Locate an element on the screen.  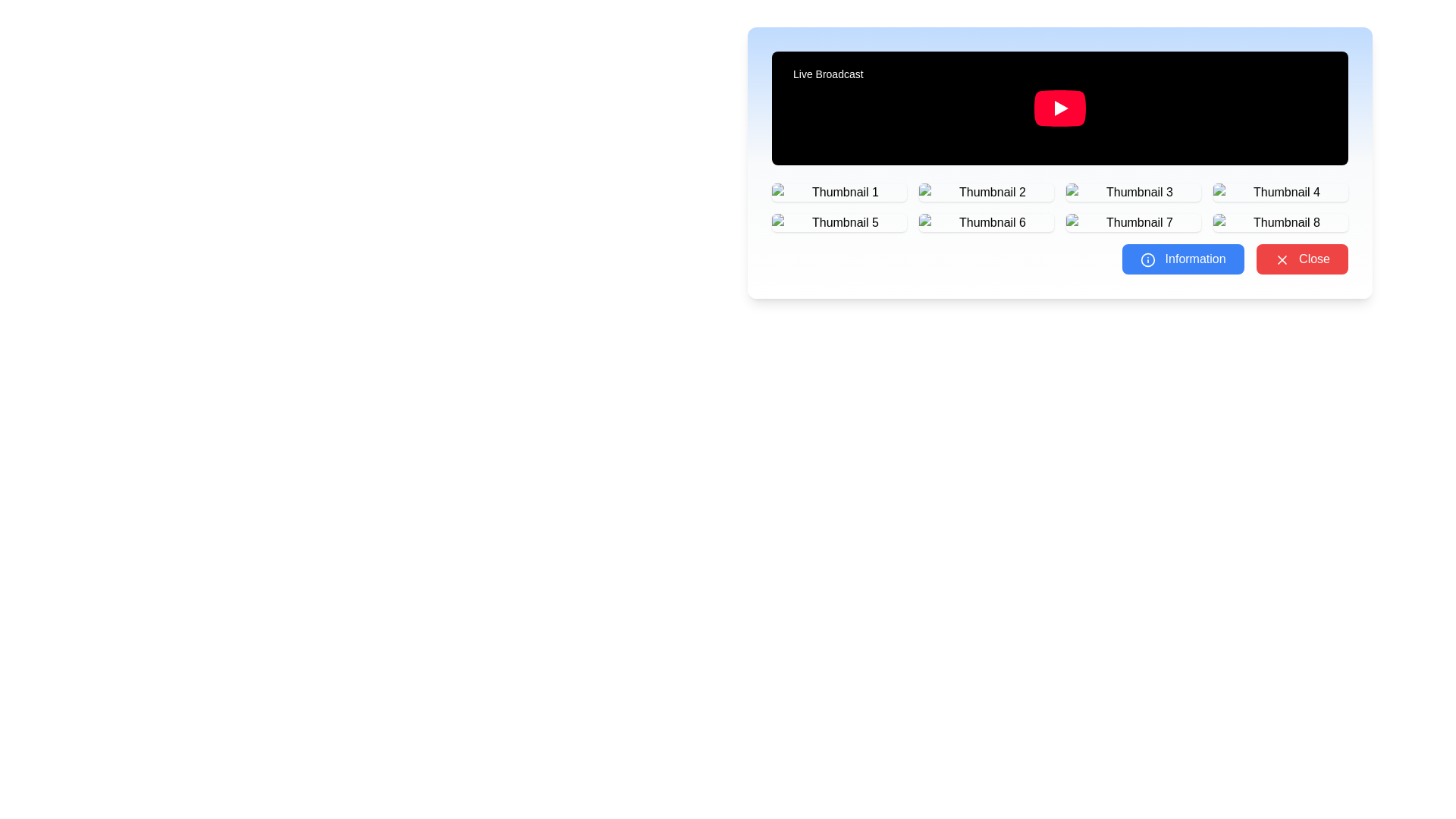
the circular icon border located is located at coordinates (1280, 222).